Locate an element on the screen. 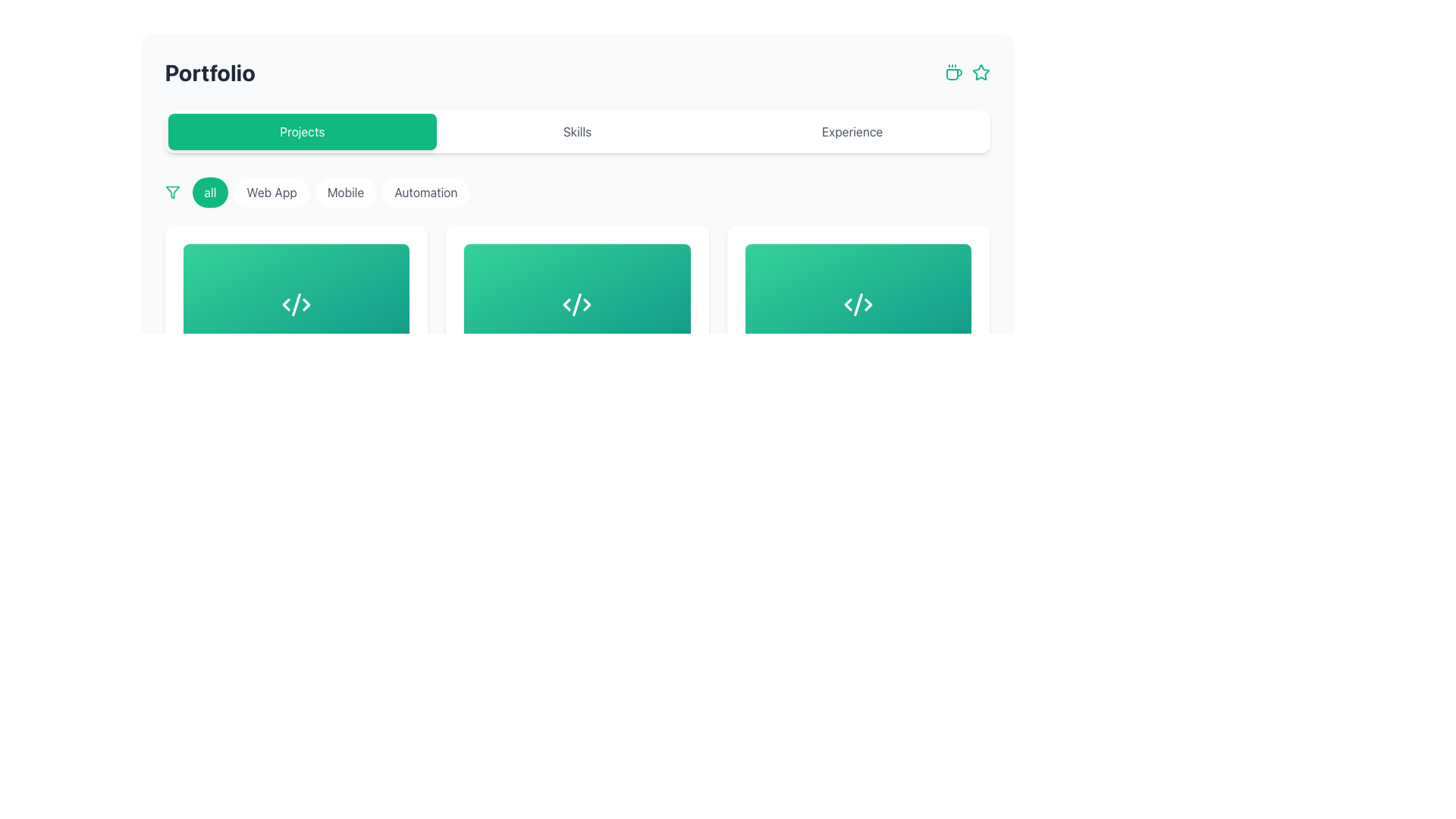 The image size is (1456, 819). the segmented tabs of the navigation bar located just below the 'Portfolio' header is located at coordinates (576, 130).